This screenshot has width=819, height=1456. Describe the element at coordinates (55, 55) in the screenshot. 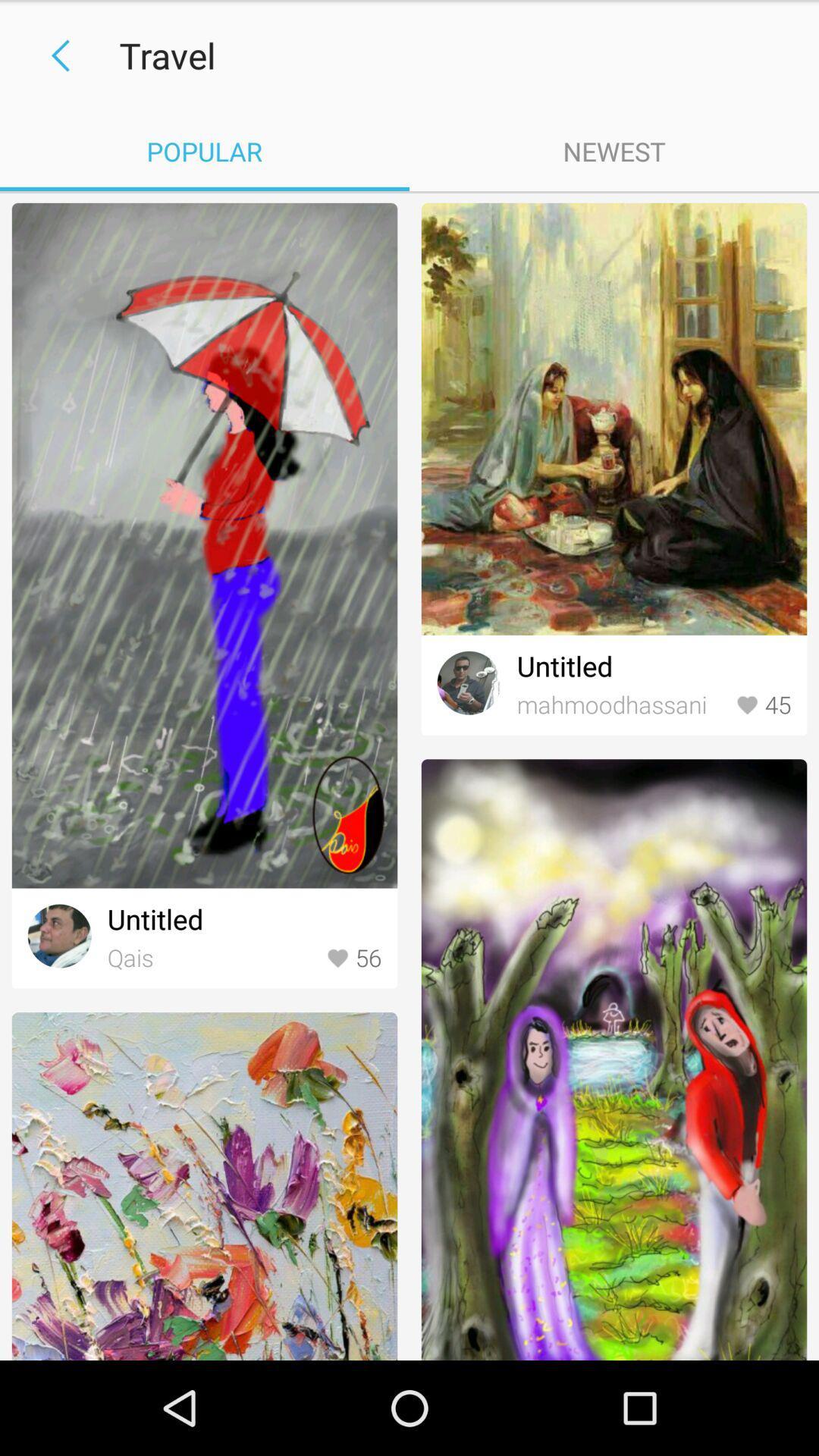

I see `the icon next to travel item` at that location.